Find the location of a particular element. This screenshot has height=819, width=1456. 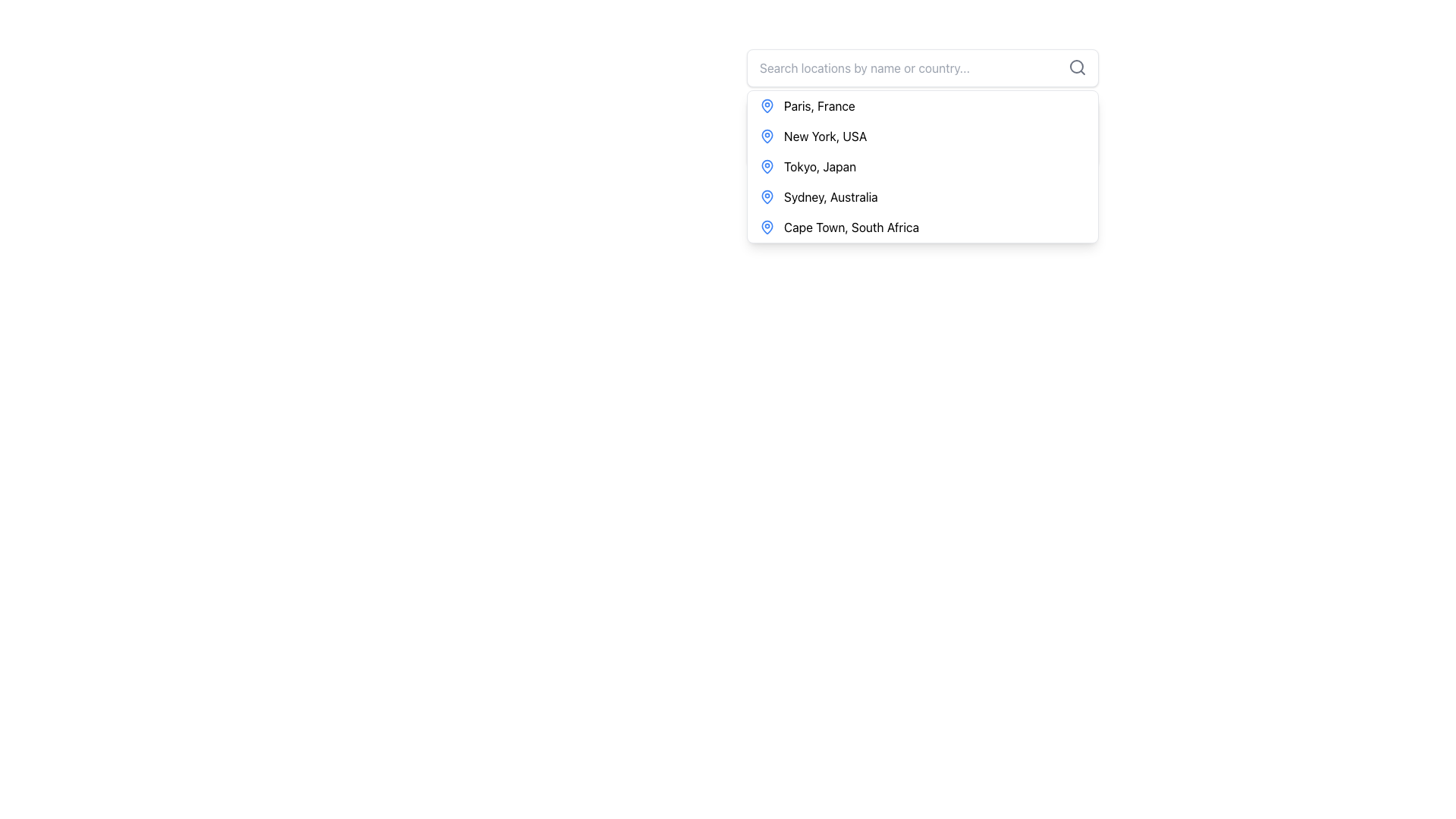

the map pin icon representing 'Sydney, Australia' in the dropdown list is located at coordinates (767, 195).